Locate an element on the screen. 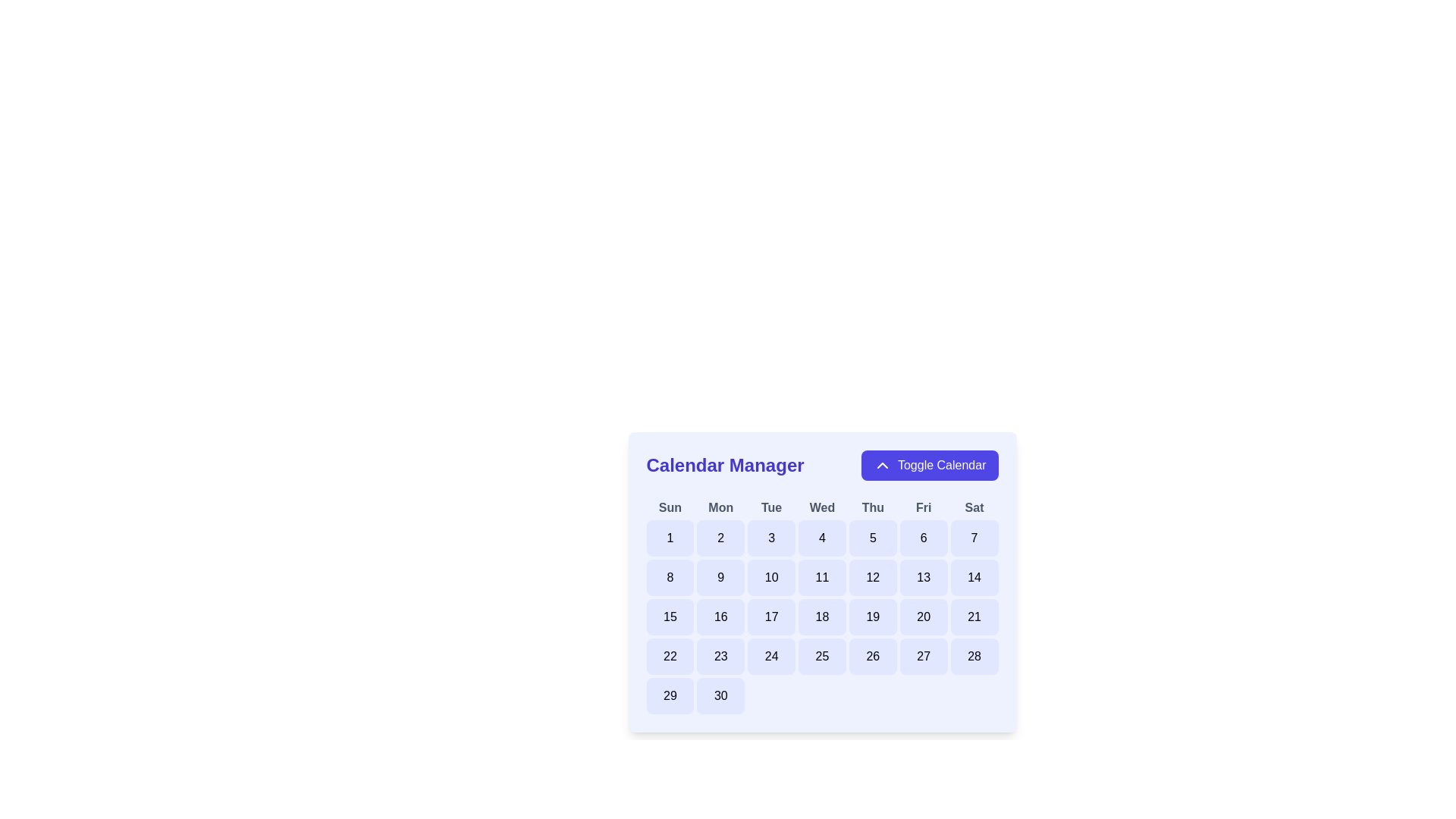 This screenshot has height=819, width=1456. the Text label representing the abbreviation for Sunday in the week grid, located at the uppermost part of the calendar layout is located at coordinates (669, 508).